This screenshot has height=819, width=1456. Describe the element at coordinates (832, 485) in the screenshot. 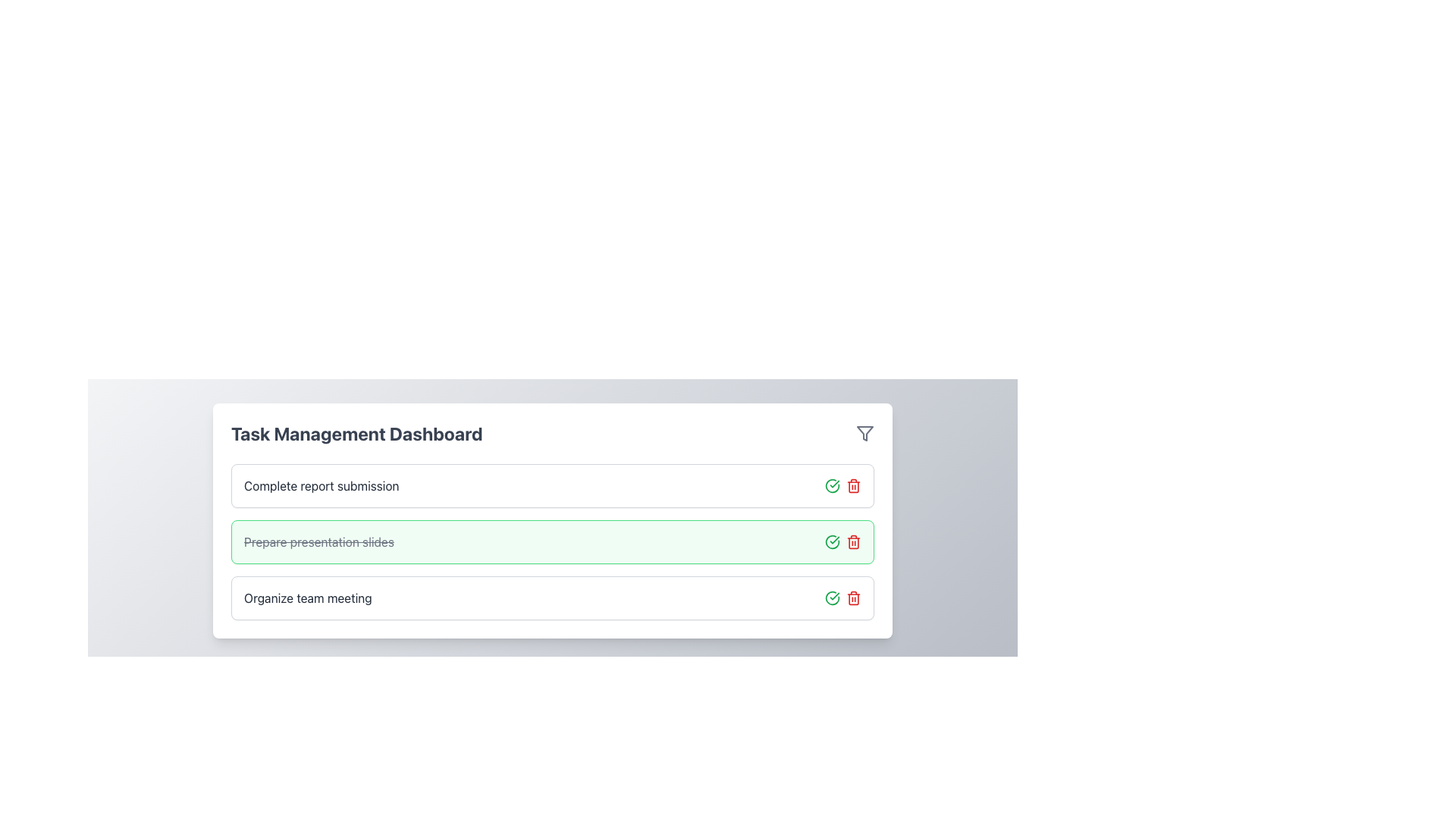

I see `the completion button located on the right side of the second list item titled 'Prepare presentation slides' to mark the task as completed` at that location.